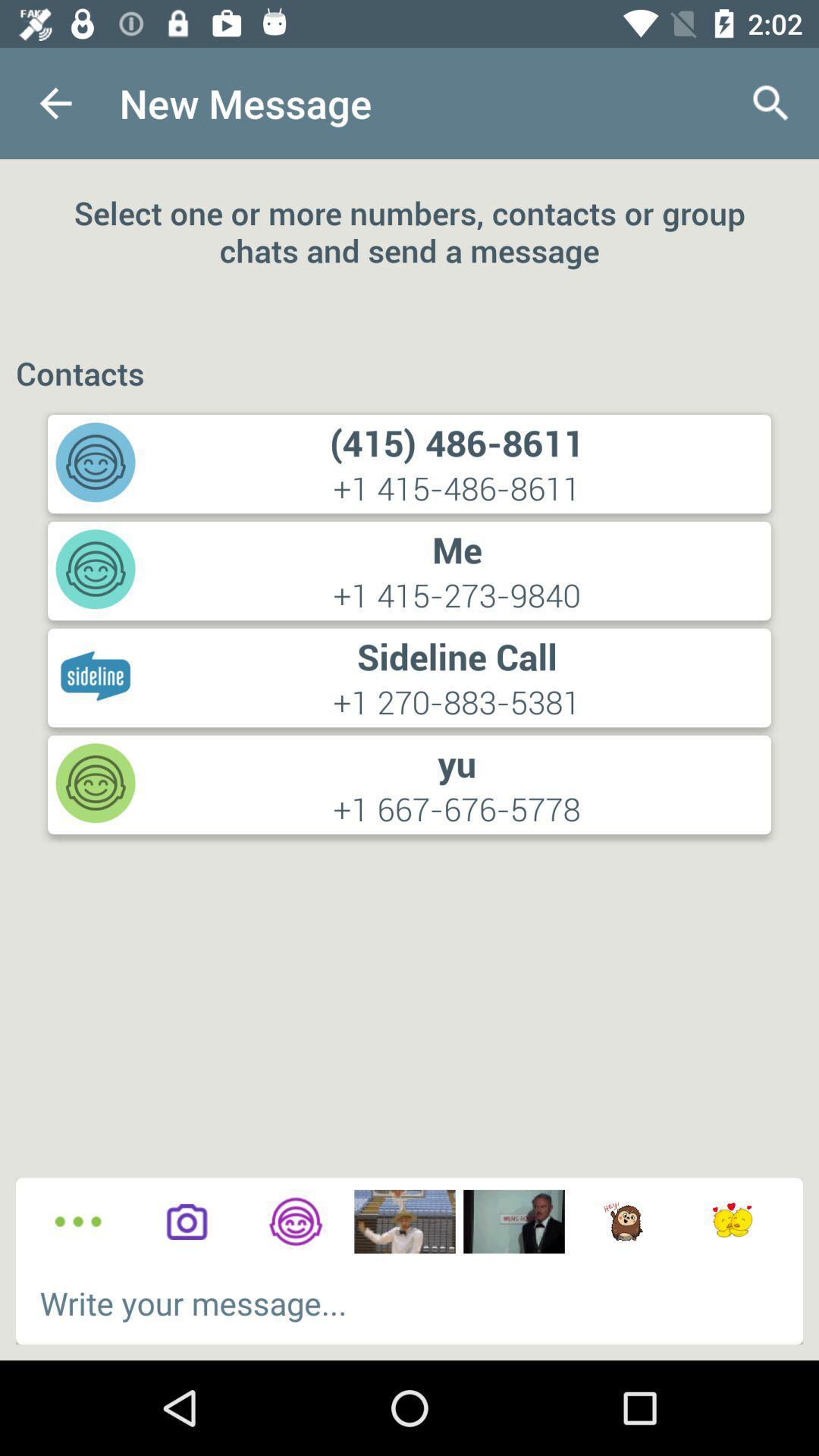 This screenshot has width=819, height=1456. What do you see at coordinates (771, 102) in the screenshot?
I see `item to the right of the new message item` at bounding box center [771, 102].